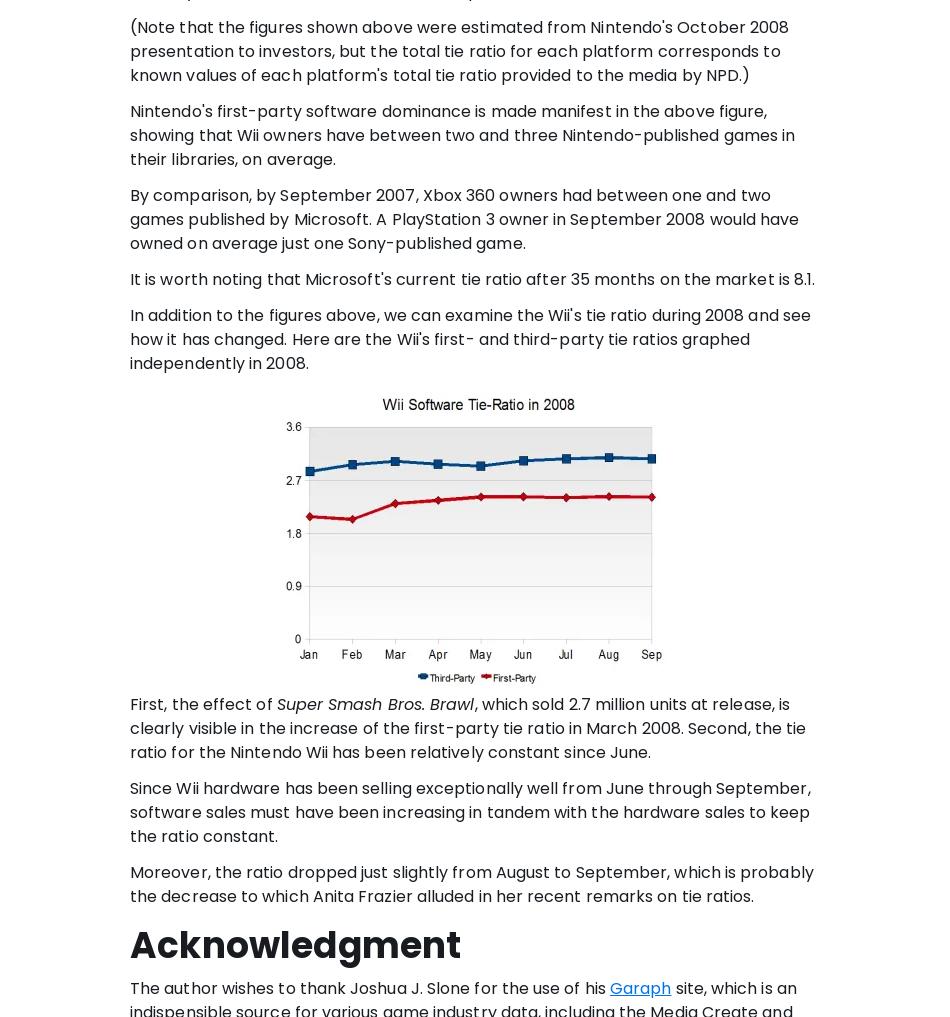 Image resolution: width=950 pixels, height=1017 pixels. Describe the element at coordinates (470, 883) in the screenshot. I see `'Moreover, the ratio
dropped just slightly from August to September, which is probably the
decrease to which Anita Frazier alluded in her recent remarks on tie
ratios.'` at that location.